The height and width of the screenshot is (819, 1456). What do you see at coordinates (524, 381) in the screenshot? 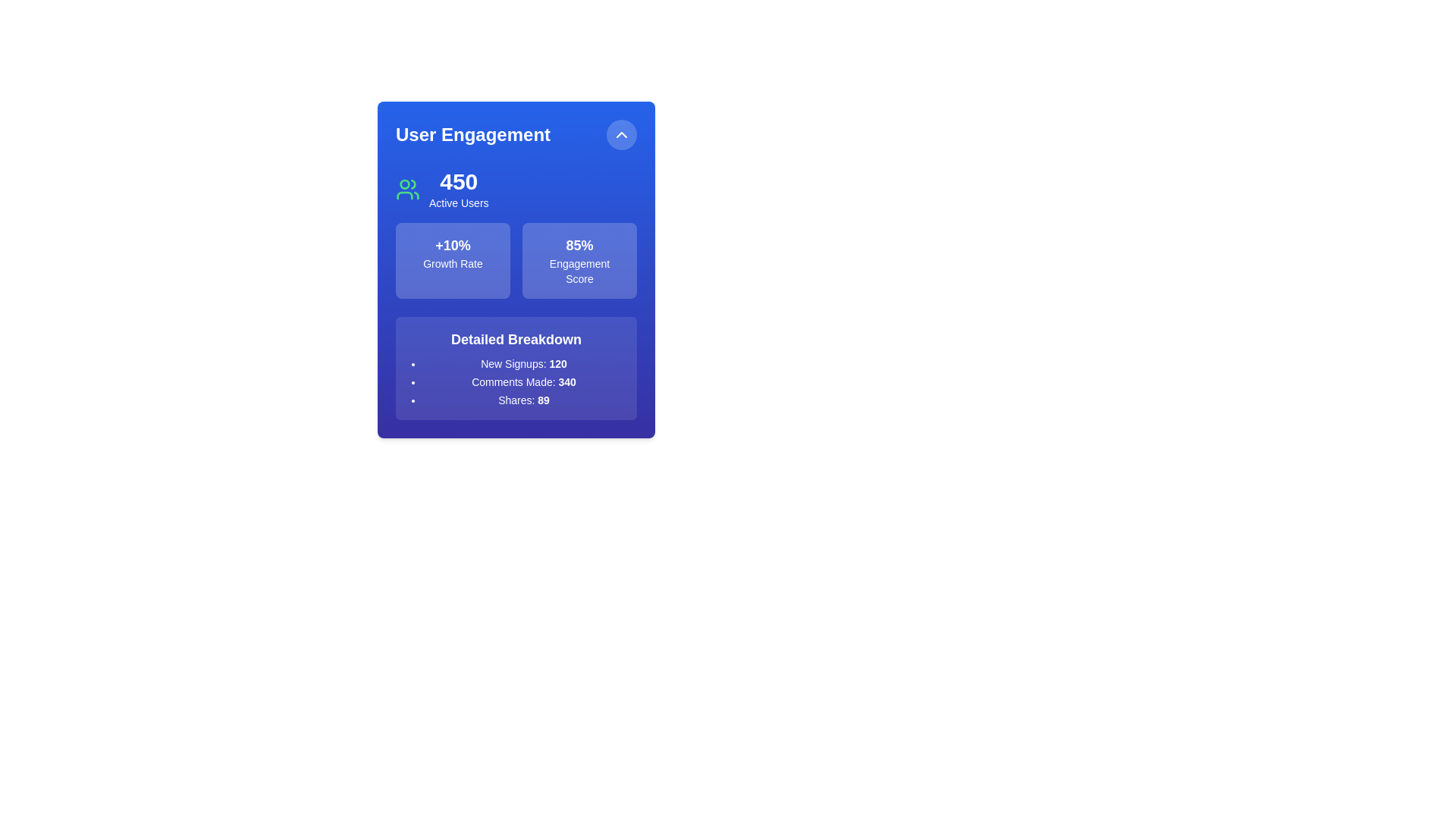
I see `the text display that shows the count of comments made, which is the second item in the 'Detailed Breakdown' section` at bounding box center [524, 381].